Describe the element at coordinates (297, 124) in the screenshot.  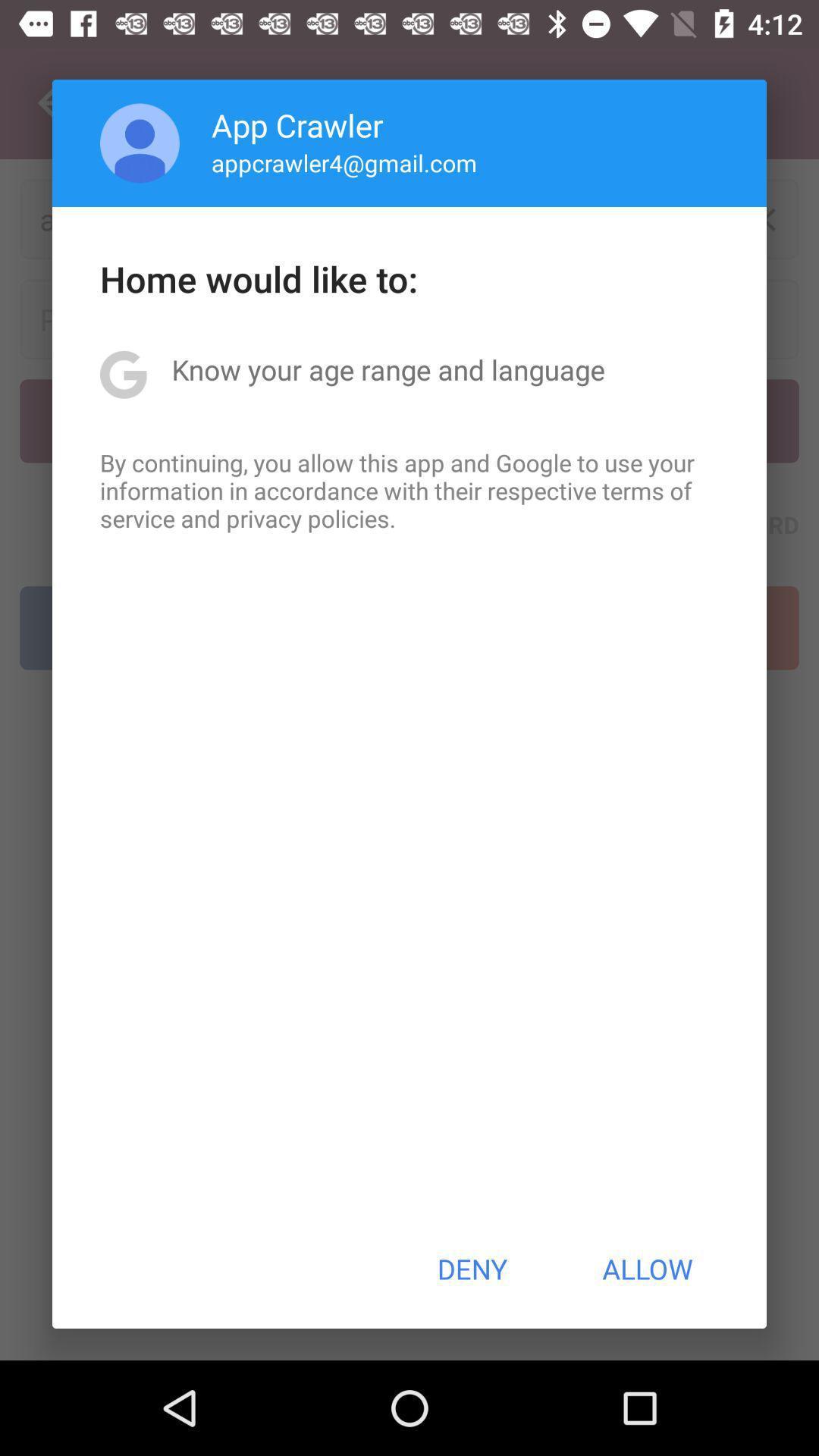
I see `app above appcrawler4@gmail.com icon` at that location.